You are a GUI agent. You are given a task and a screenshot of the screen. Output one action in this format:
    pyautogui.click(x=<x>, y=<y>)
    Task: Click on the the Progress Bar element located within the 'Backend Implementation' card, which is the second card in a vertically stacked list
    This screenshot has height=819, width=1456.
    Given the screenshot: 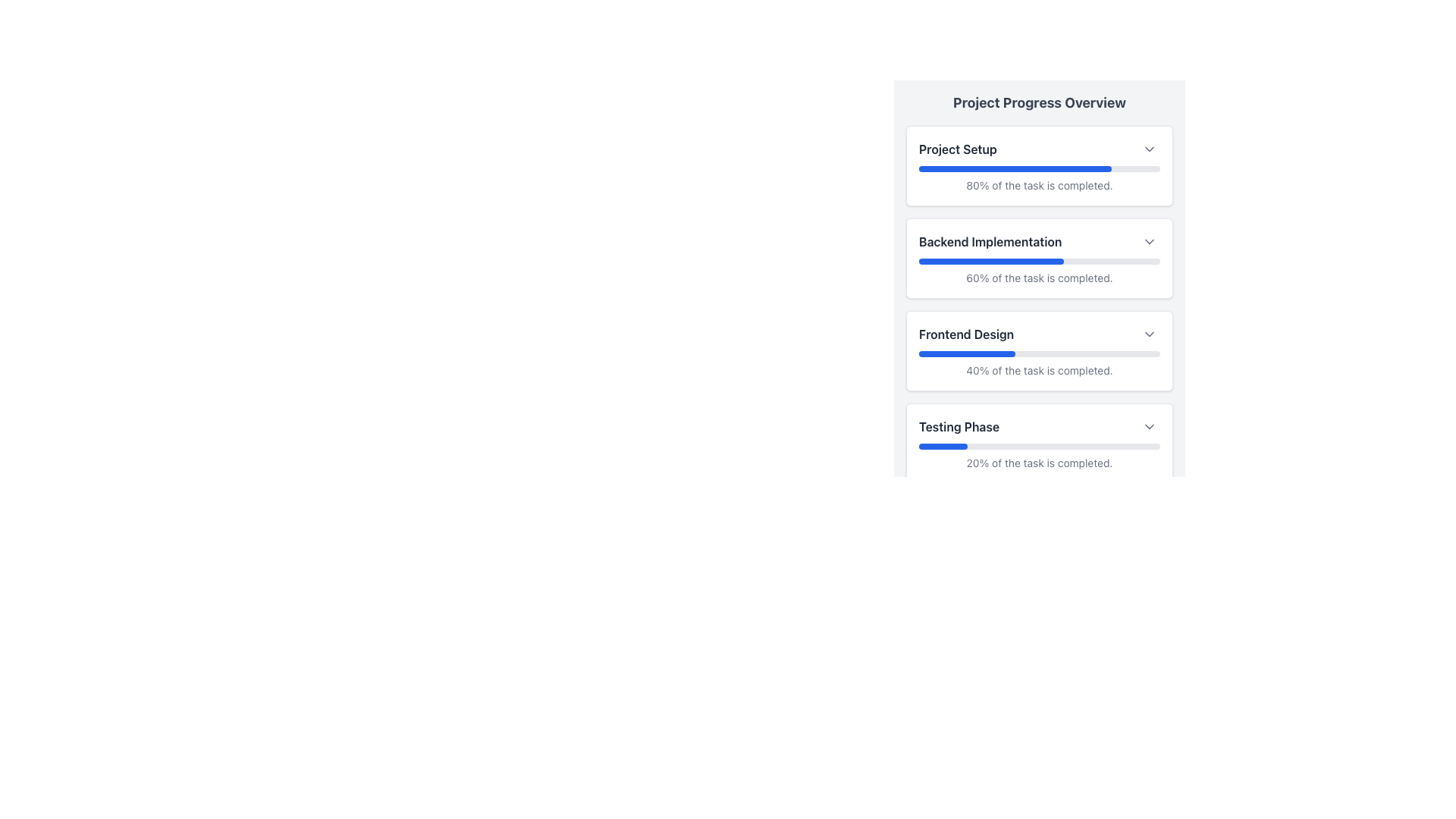 What is the action you would take?
    pyautogui.click(x=1039, y=260)
    